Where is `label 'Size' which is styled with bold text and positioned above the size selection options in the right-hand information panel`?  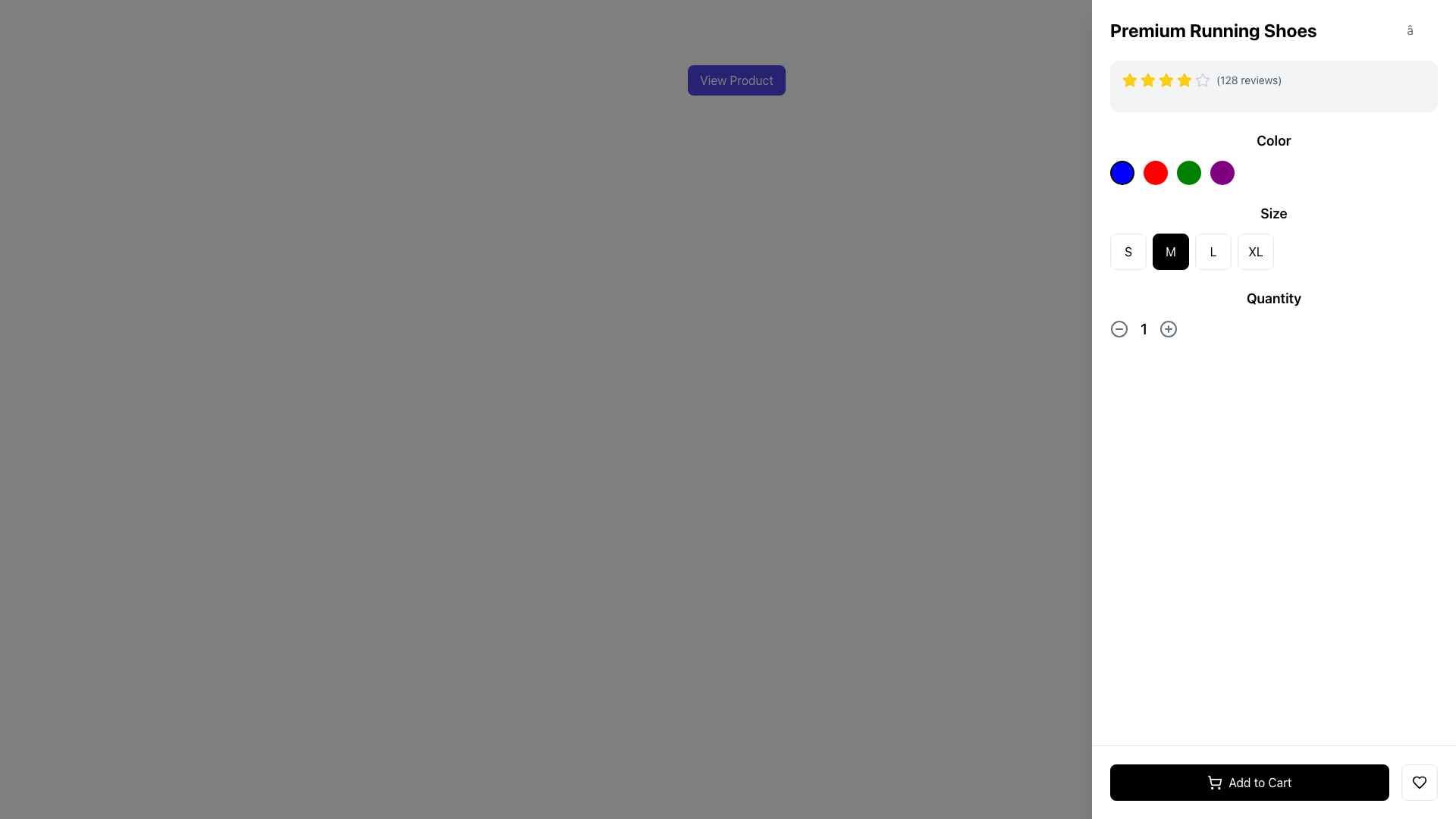
label 'Size' which is styled with bold text and positioned above the size selection options in the right-hand information panel is located at coordinates (1274, 213).